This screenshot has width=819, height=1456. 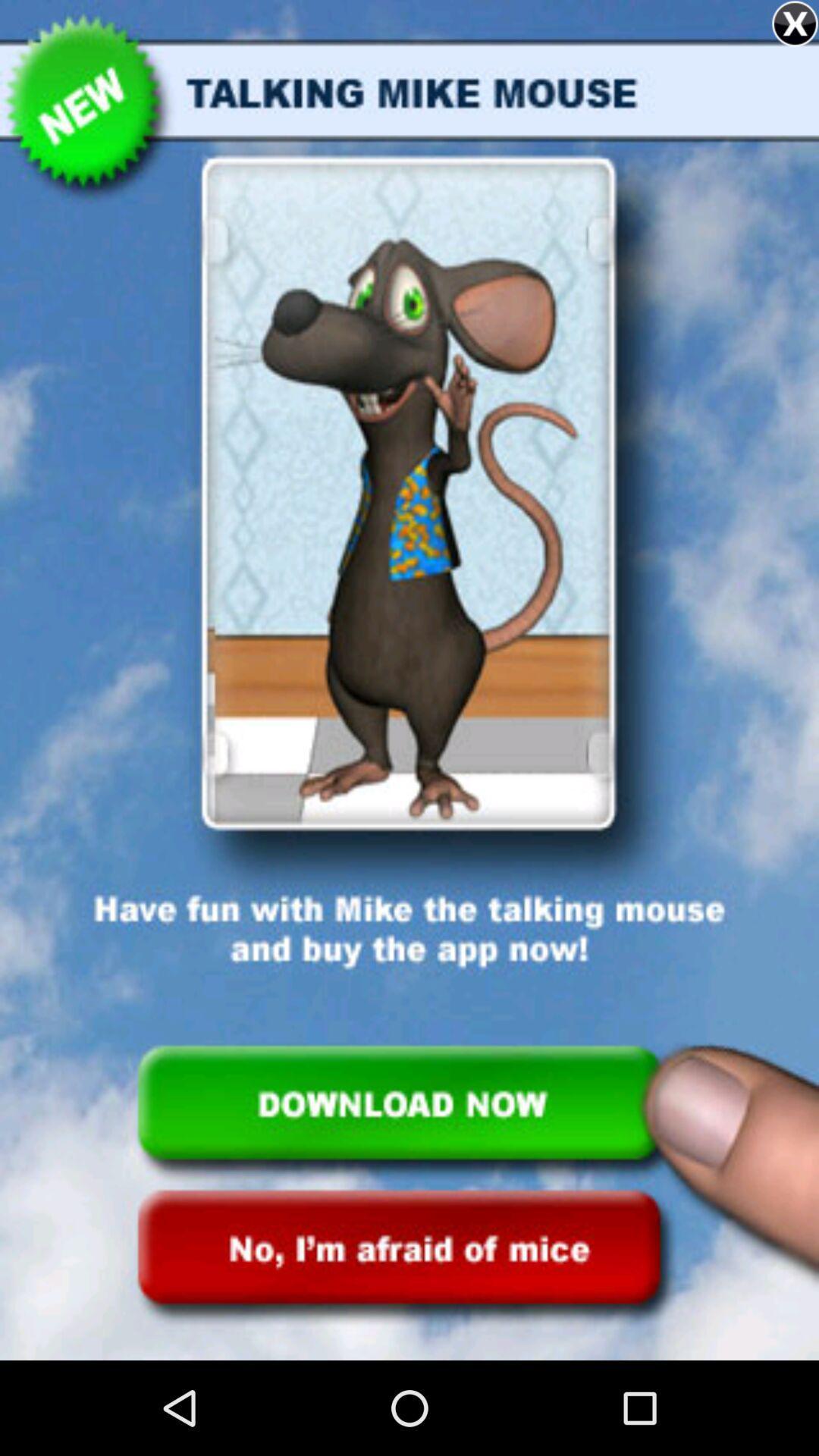 I want to click on the close icon, so click(x=794, y=25).